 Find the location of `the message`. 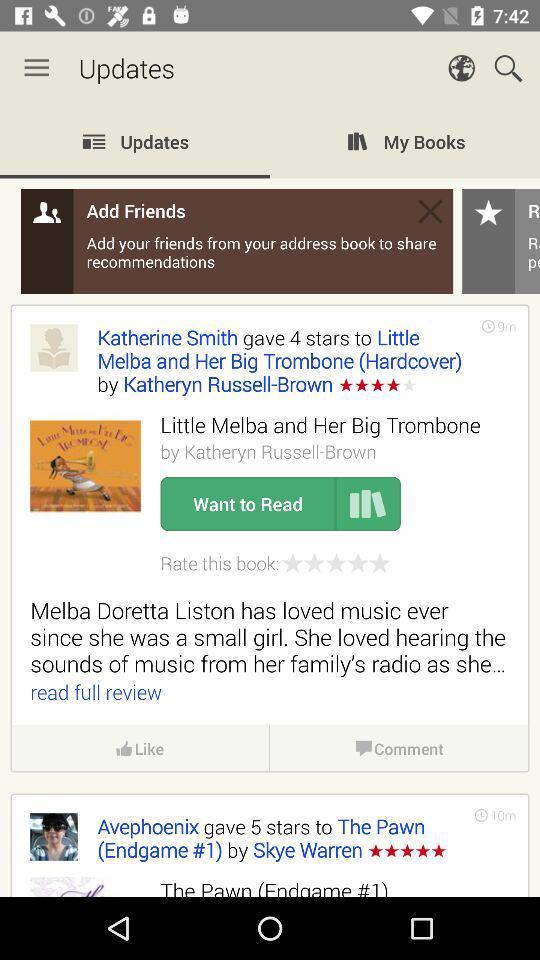

the message is located at coordinates (429, 211).